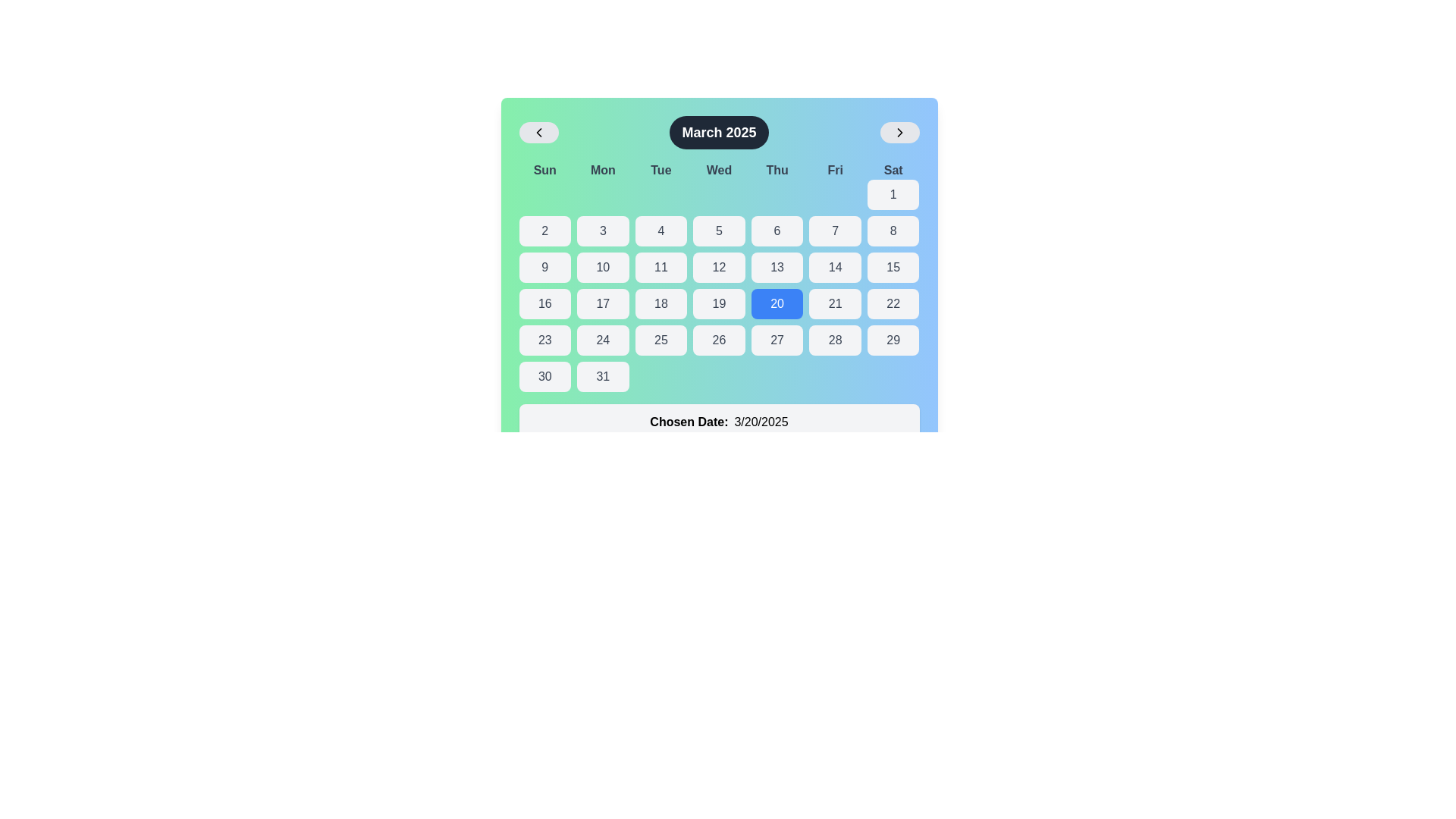 The image size is (1456, 819). What do you see at coordinates (777, 194) in the screenshot?
I see `the visual placeholder or spacer in the calendar grid, which is the fifth cell between 'Wed' and 'Fri' in the top row` at bounding box center [777, 194].